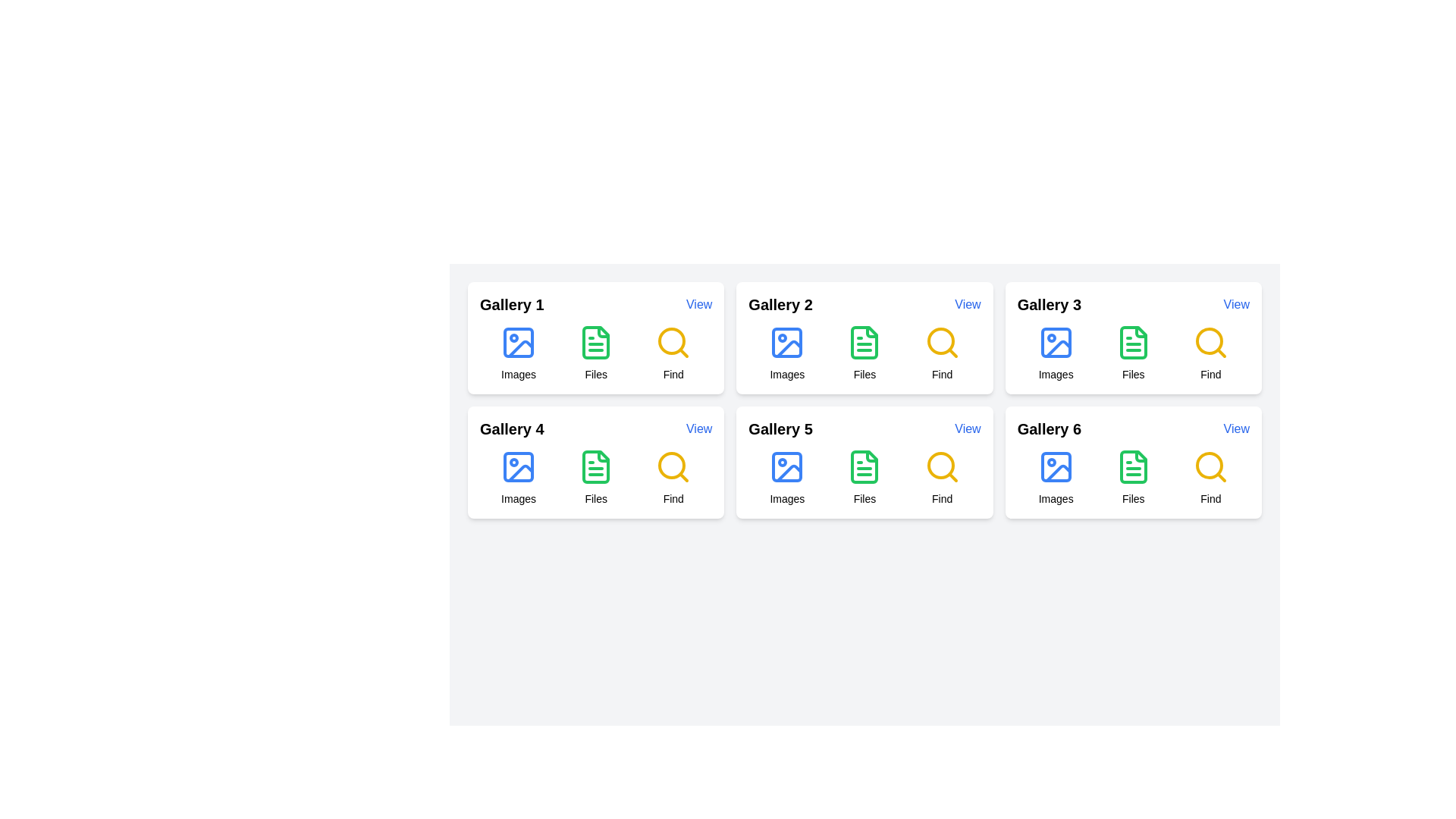 The width and height of the screenshot is (1456, 819). I want to click on the 'Images' text label located in the bottom-left corner of the fourth gallery card titled 'Gallery 4' in the second row of the grid layout, so click(519, 499).